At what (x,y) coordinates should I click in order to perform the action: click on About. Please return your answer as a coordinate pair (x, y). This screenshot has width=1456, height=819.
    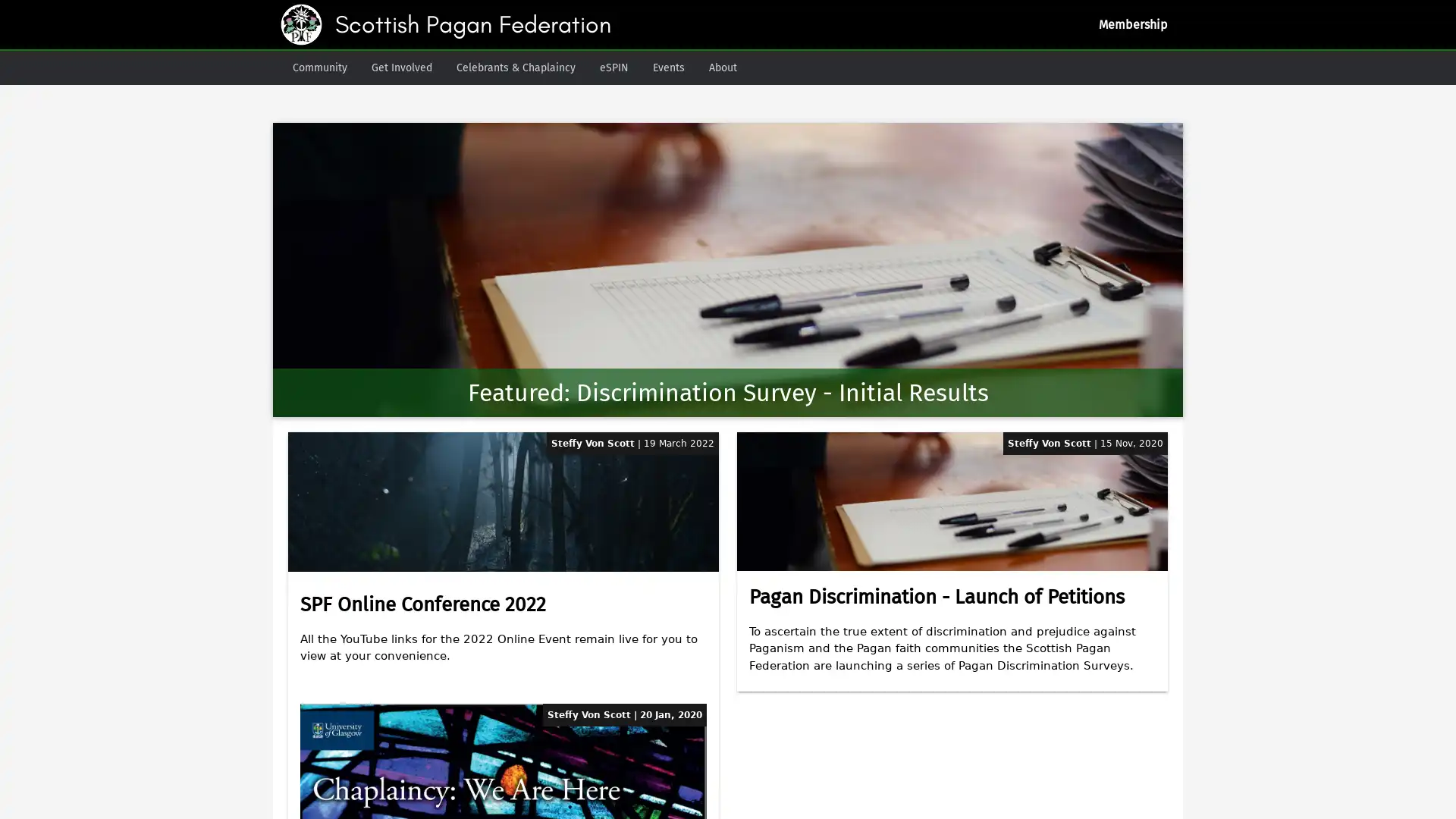
    Looking at the image, I should click on (722, 67).